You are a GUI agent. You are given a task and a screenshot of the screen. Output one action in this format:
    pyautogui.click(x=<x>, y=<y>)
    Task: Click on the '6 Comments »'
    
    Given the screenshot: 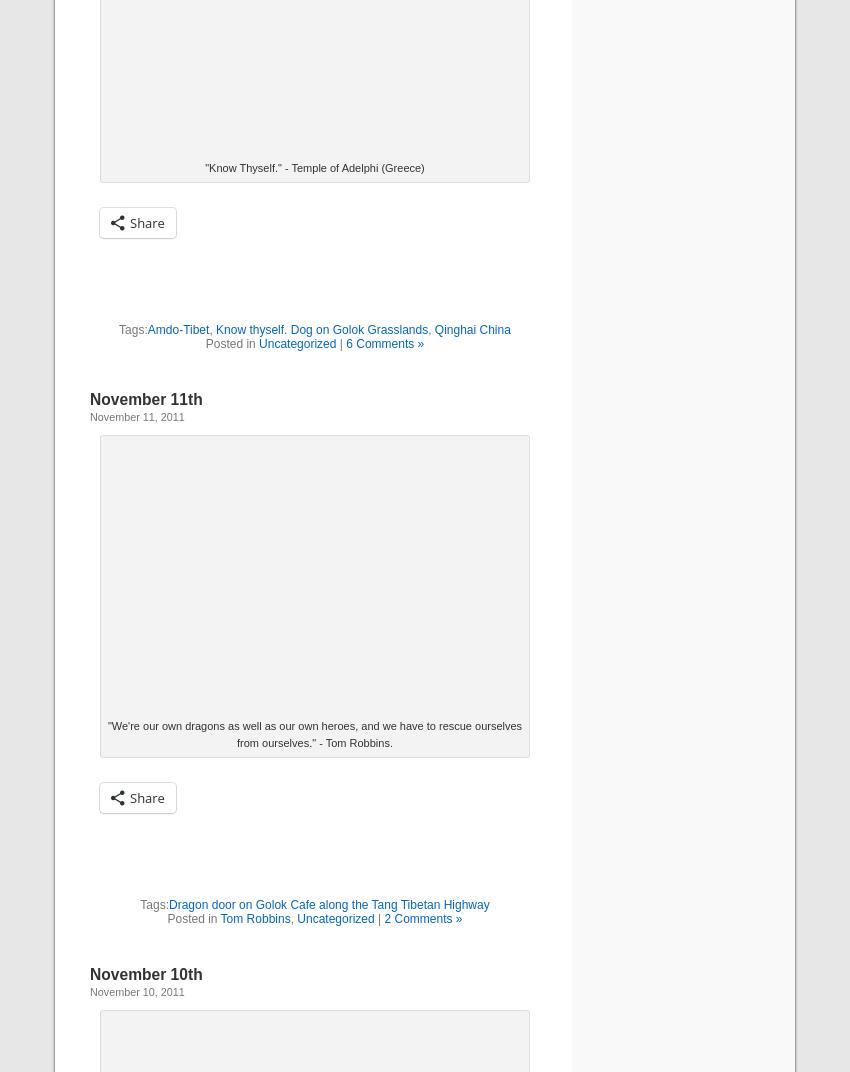 What is the action you would take?
    pyautogui.click(x=384, y=343)
    